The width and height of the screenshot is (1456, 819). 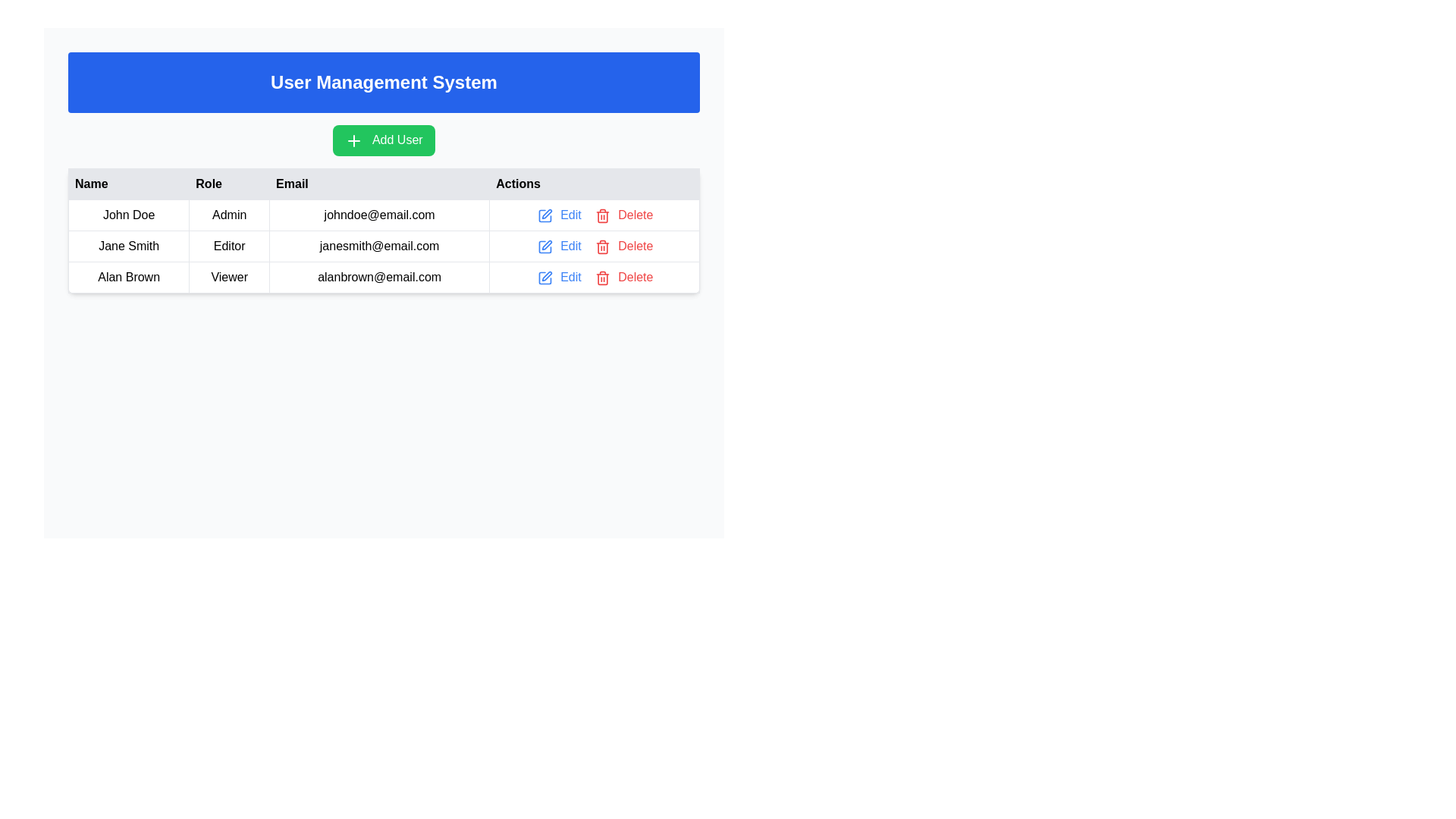 I want to click on the square outline of the 'Edit' icon in the 'Actions' column for user 'Jane Smith', so click(x=544, y=246).